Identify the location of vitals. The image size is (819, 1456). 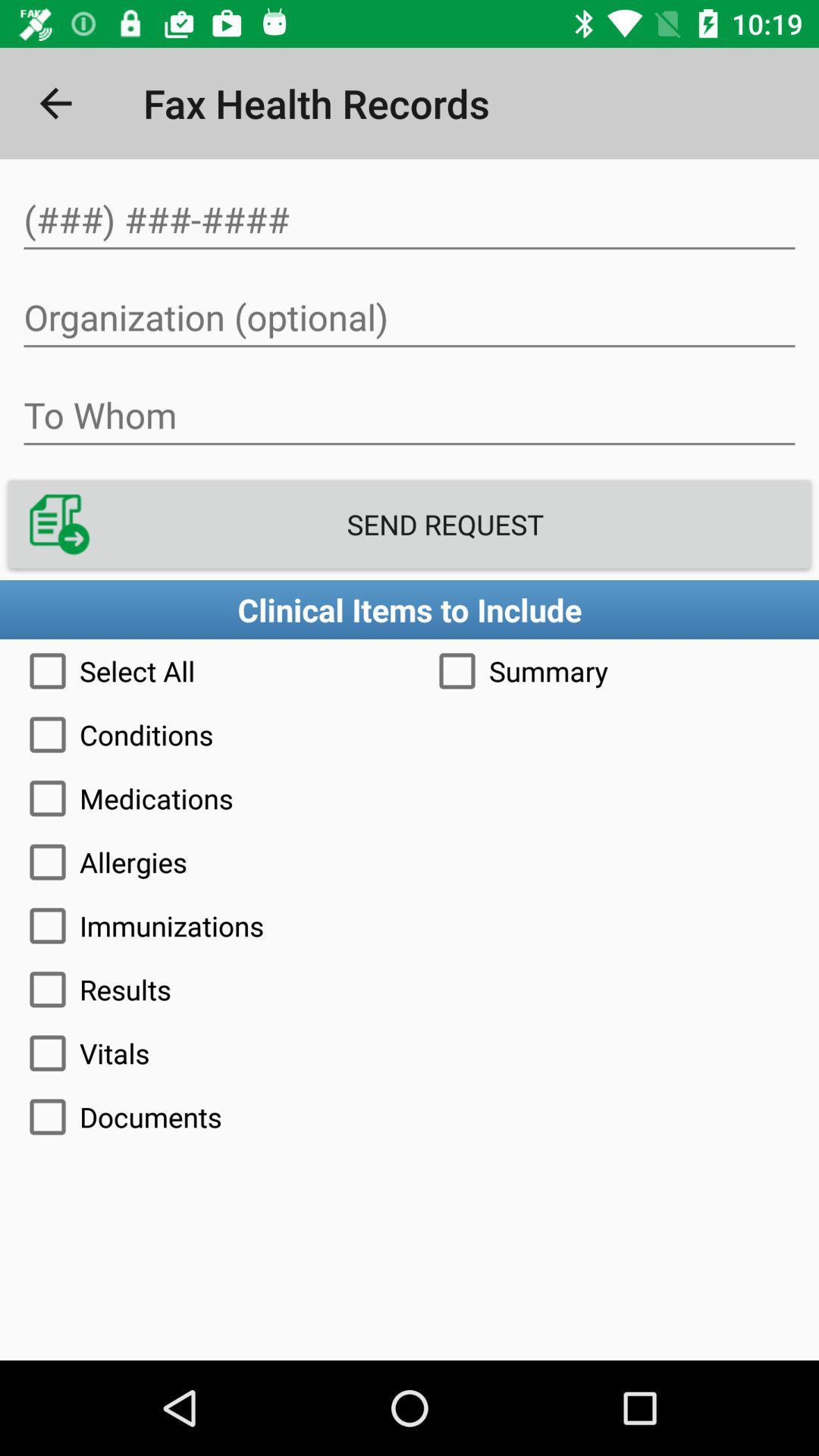
(409, 1052).